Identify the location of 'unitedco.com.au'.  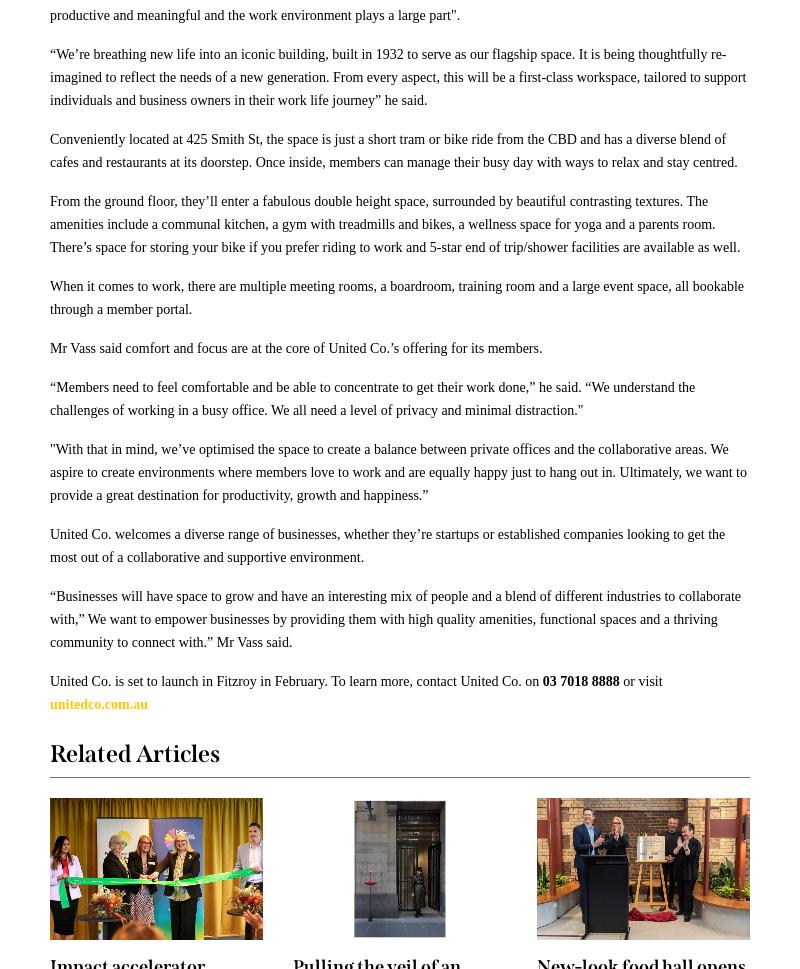
(49, 703).